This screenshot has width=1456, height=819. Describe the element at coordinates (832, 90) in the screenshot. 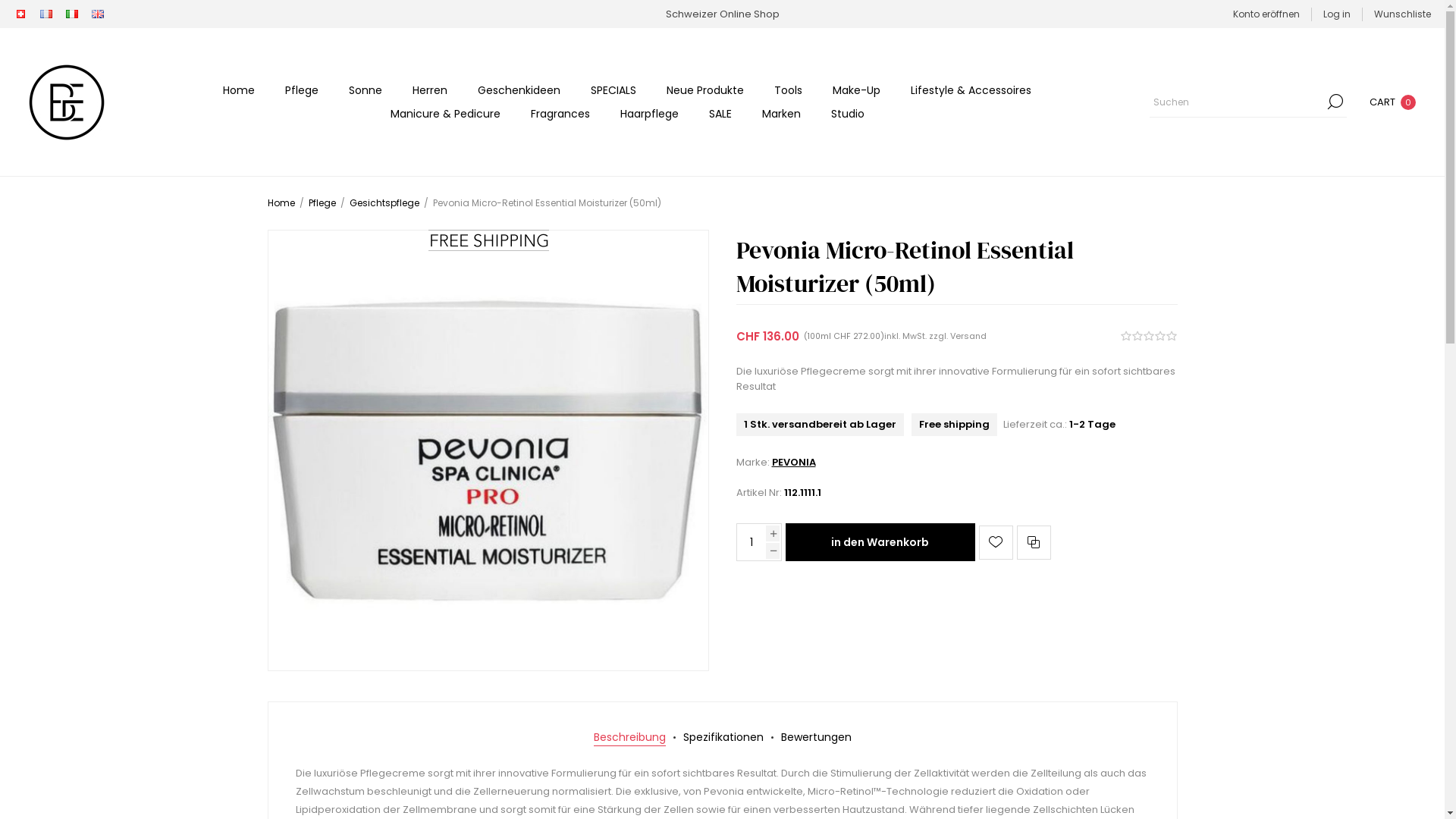

I see `'Make-Up'` at that location.